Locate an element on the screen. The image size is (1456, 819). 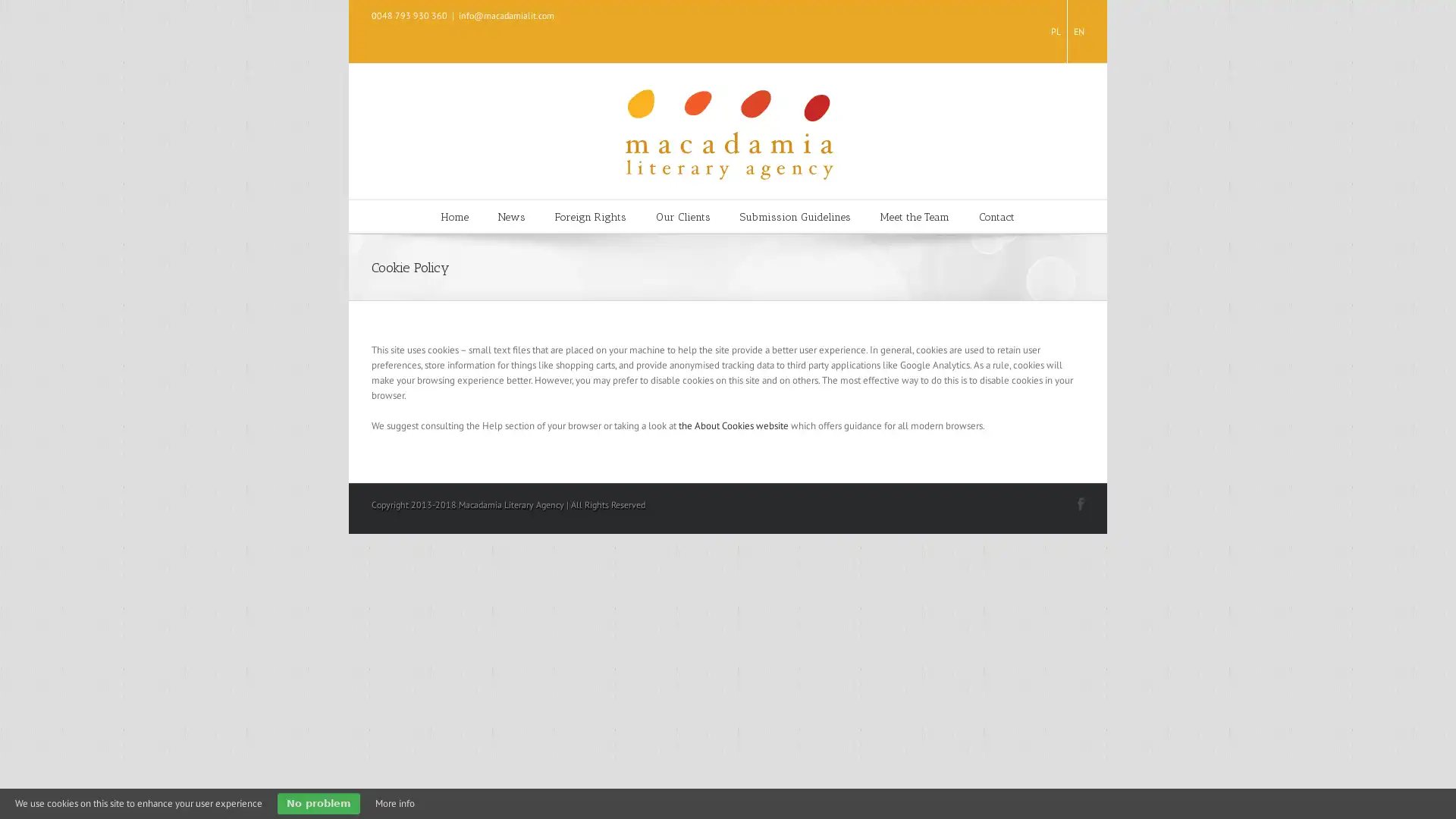
No problem is located at coordinates (318, 803).